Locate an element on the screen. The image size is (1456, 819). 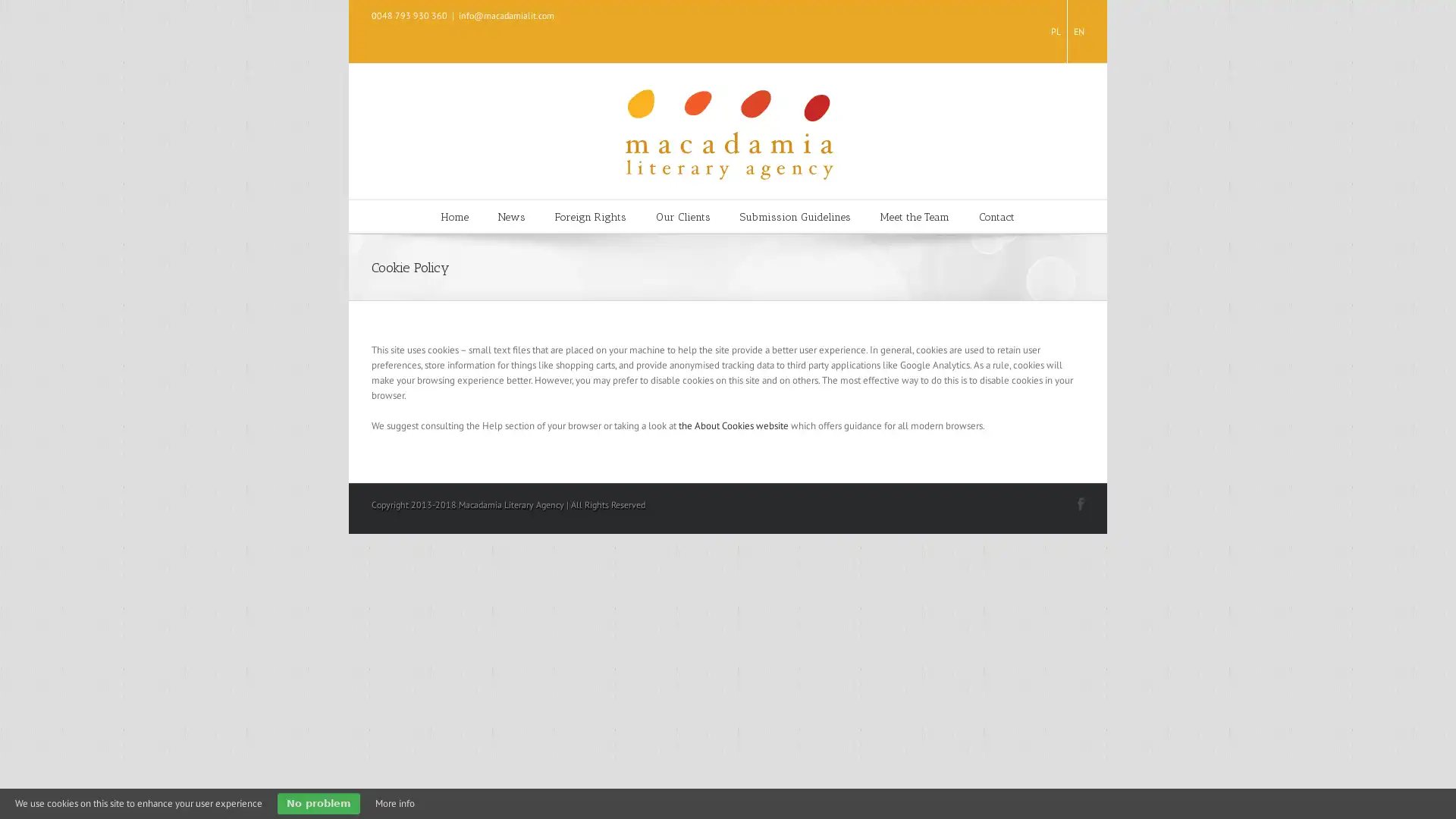
No problem is located at coordinates (318, 803).